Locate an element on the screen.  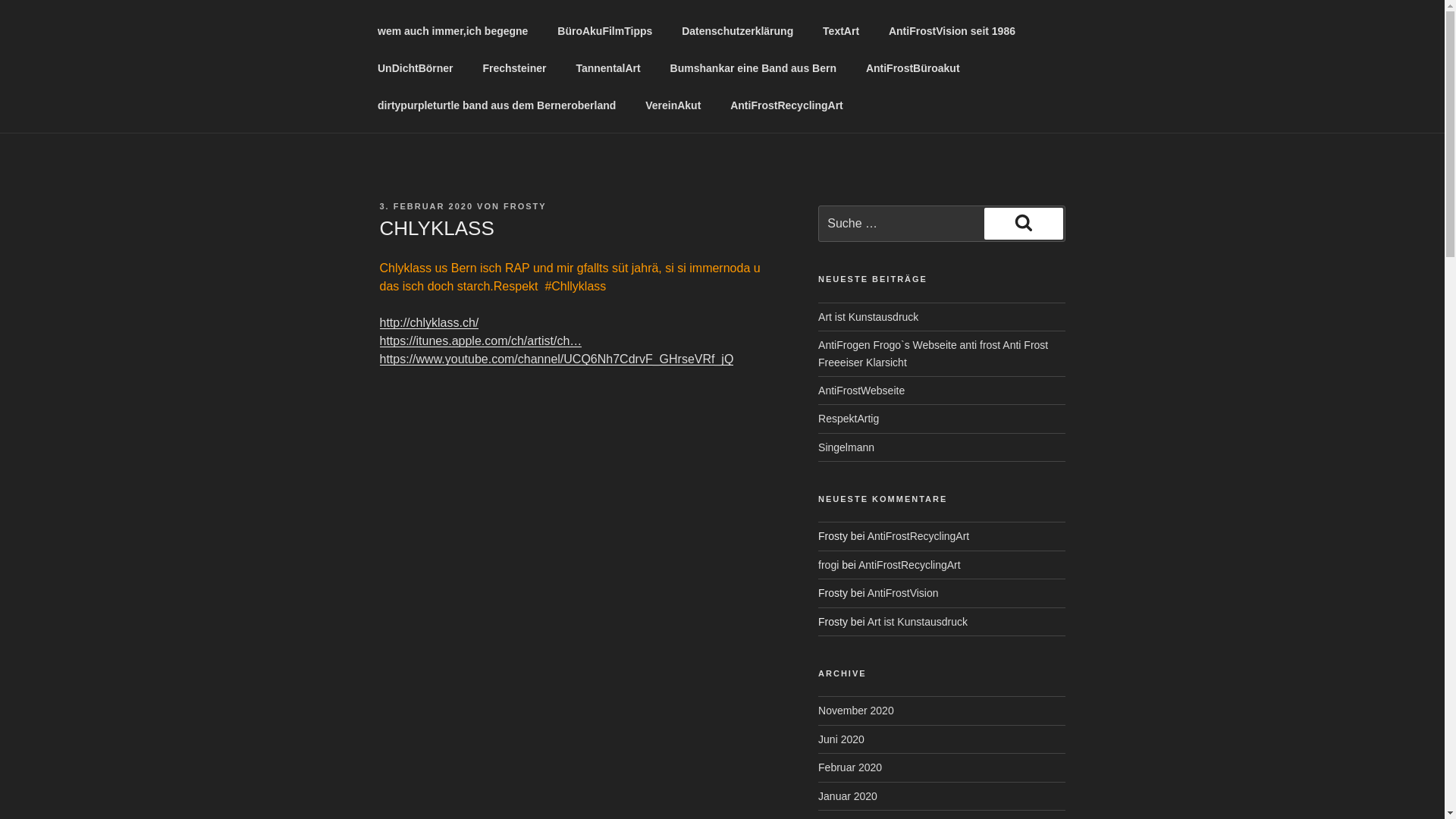
'AntiFrostWebseite' is located at coordinates (861, 390).